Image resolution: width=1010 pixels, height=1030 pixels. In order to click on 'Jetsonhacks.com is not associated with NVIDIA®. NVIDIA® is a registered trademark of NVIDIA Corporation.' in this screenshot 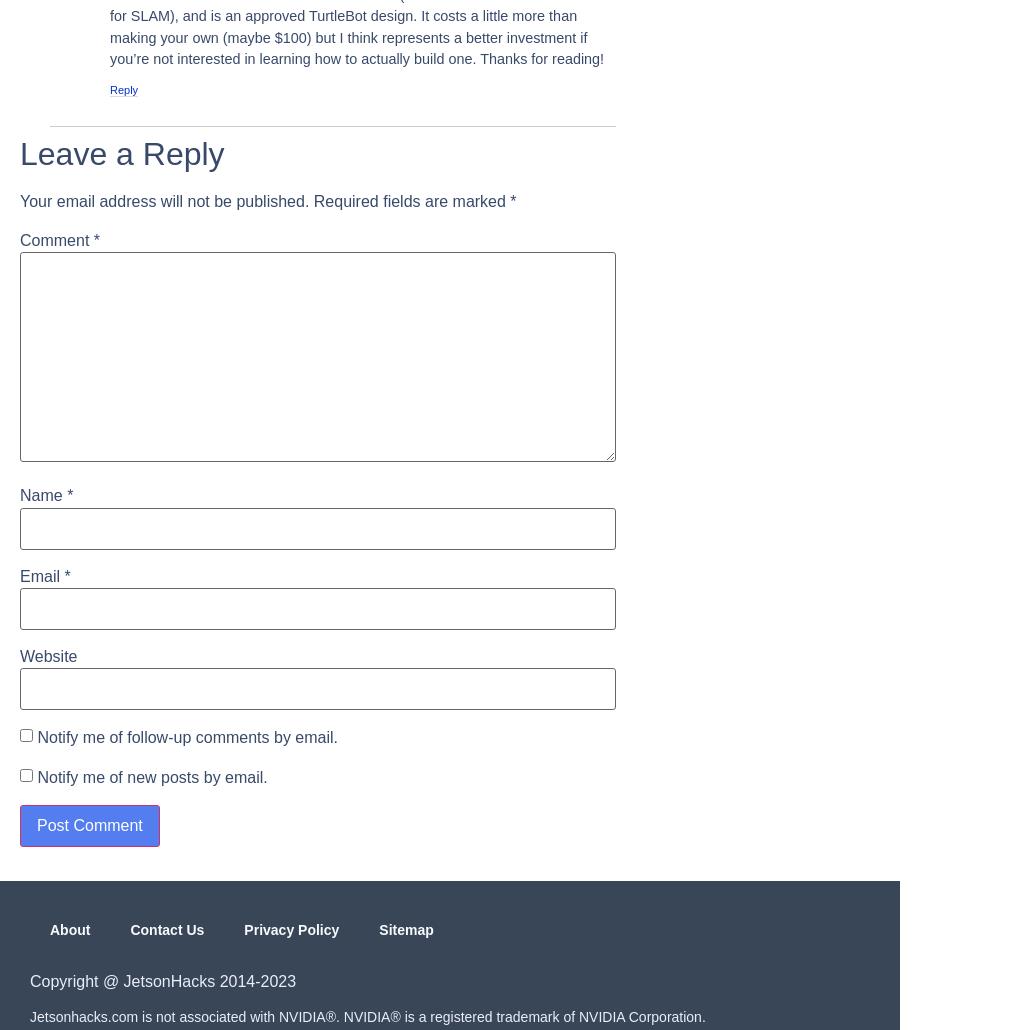, I will do `click(367, 1016)`.